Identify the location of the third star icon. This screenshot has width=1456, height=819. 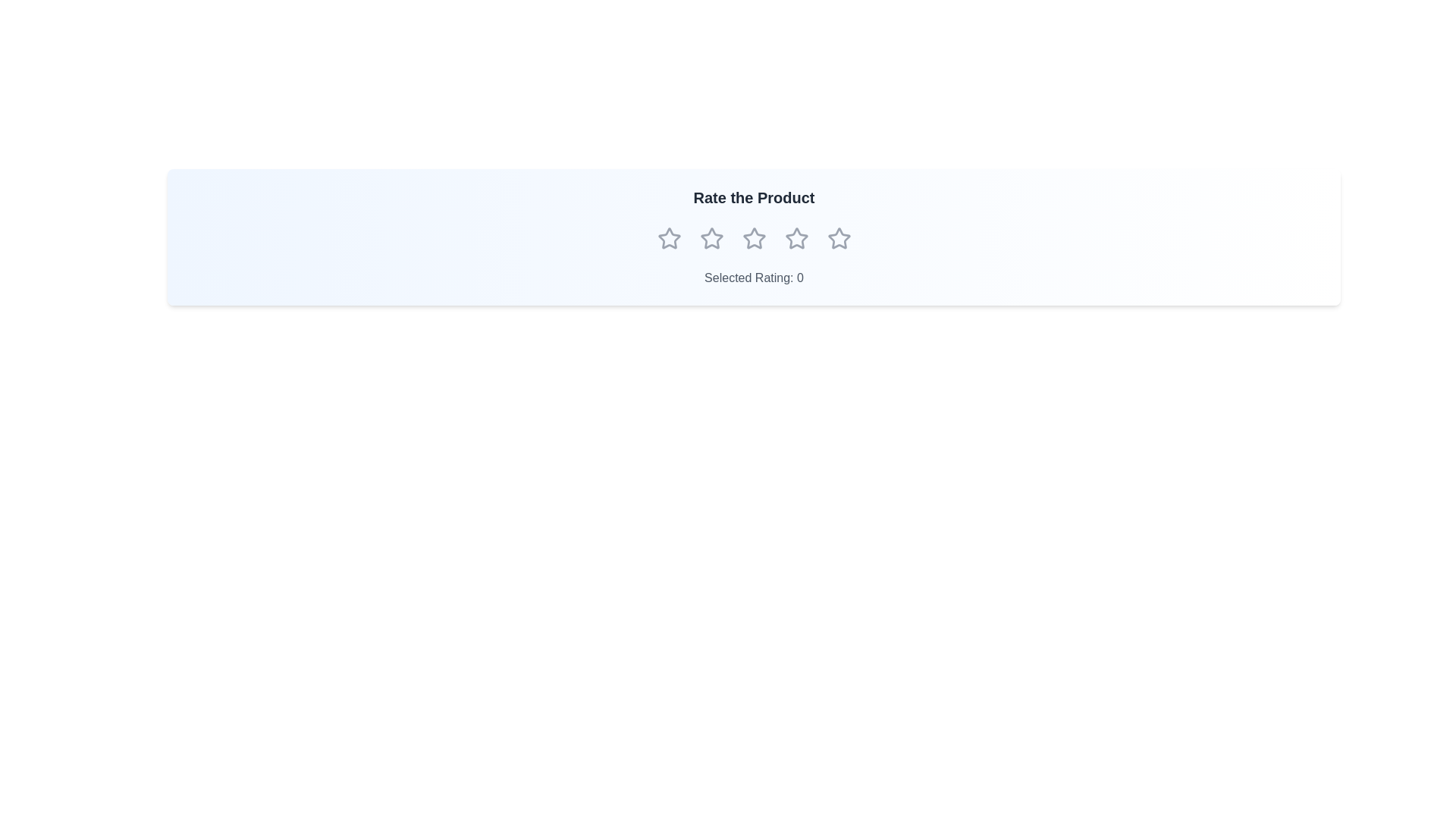
(795, 238).